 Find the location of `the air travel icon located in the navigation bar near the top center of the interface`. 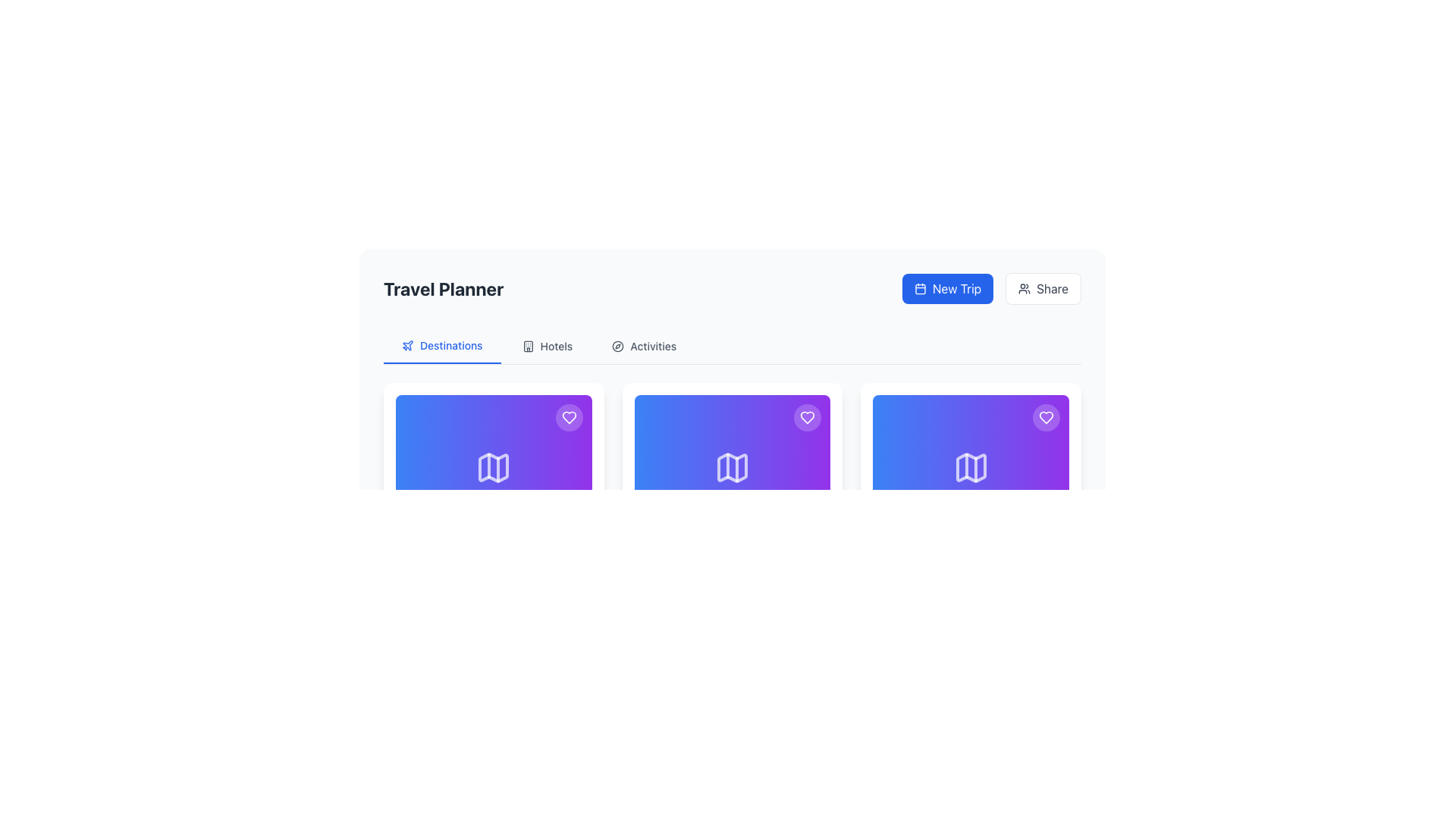

the air travel icon located in the navigation bar near the top center of the interface is located at coordinates (407, 345).